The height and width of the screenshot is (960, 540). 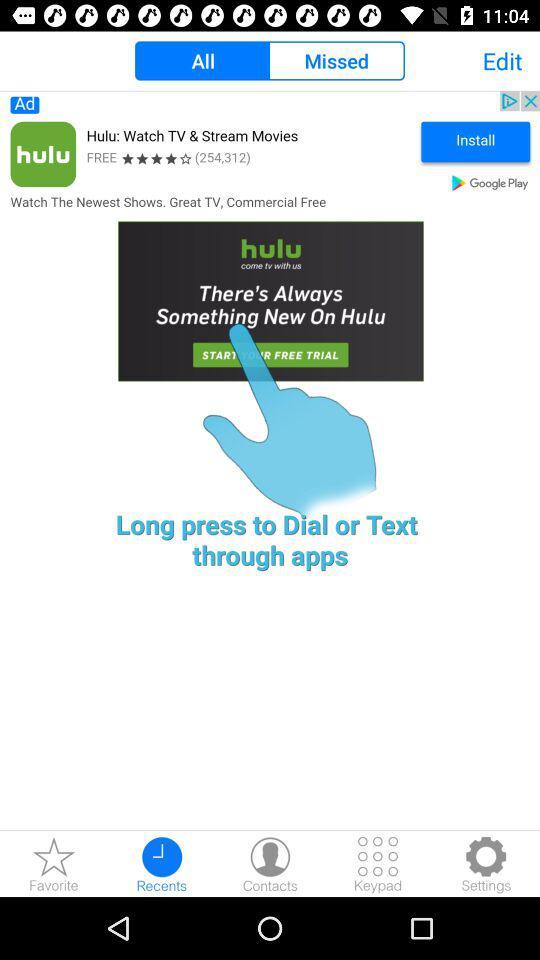 I want to click on choose this icon, so click(x=270, y=254).